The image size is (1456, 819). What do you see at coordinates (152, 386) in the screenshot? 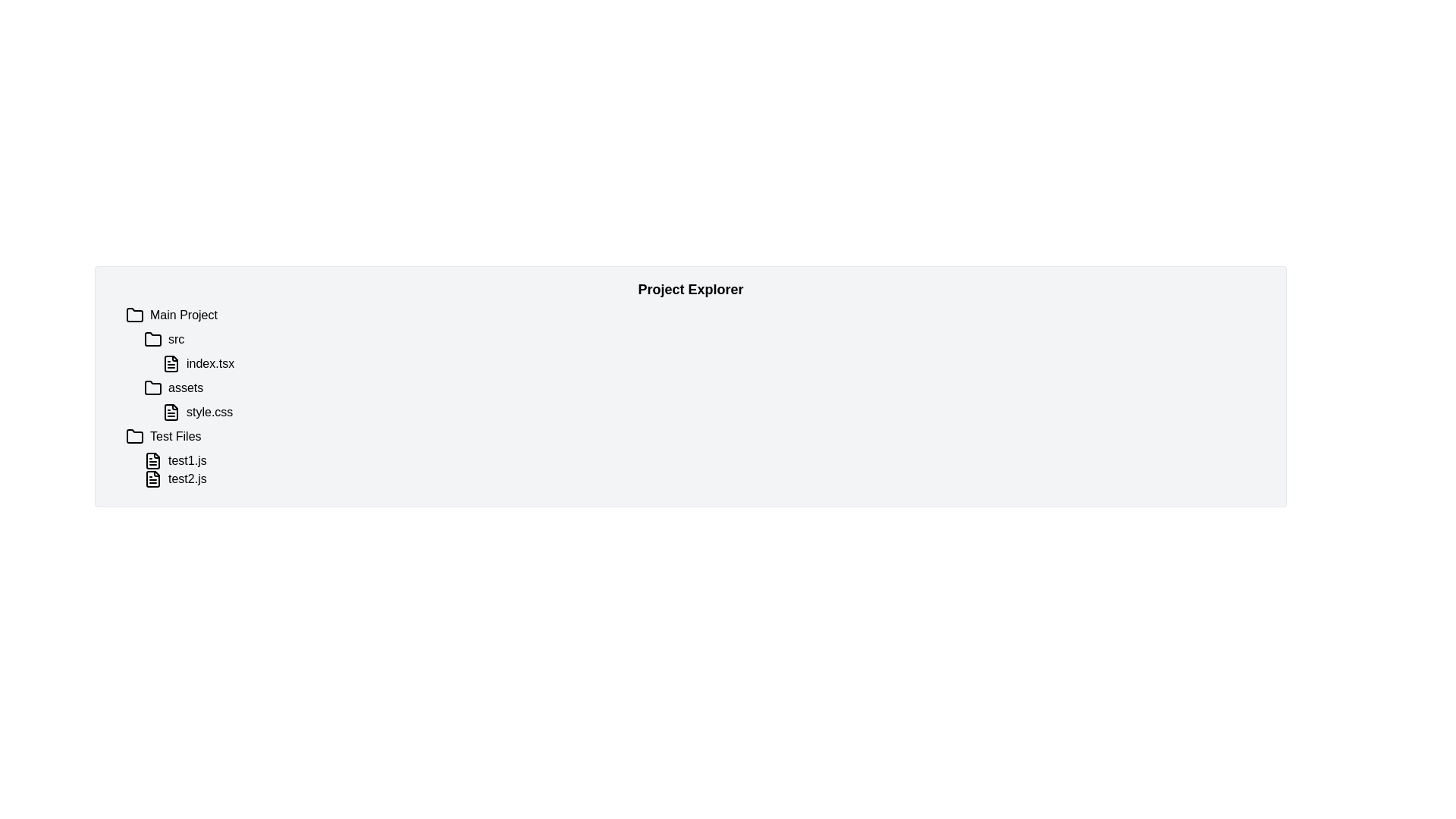
I see `the 'assets' folder icon` at bounding box center [152, 386].